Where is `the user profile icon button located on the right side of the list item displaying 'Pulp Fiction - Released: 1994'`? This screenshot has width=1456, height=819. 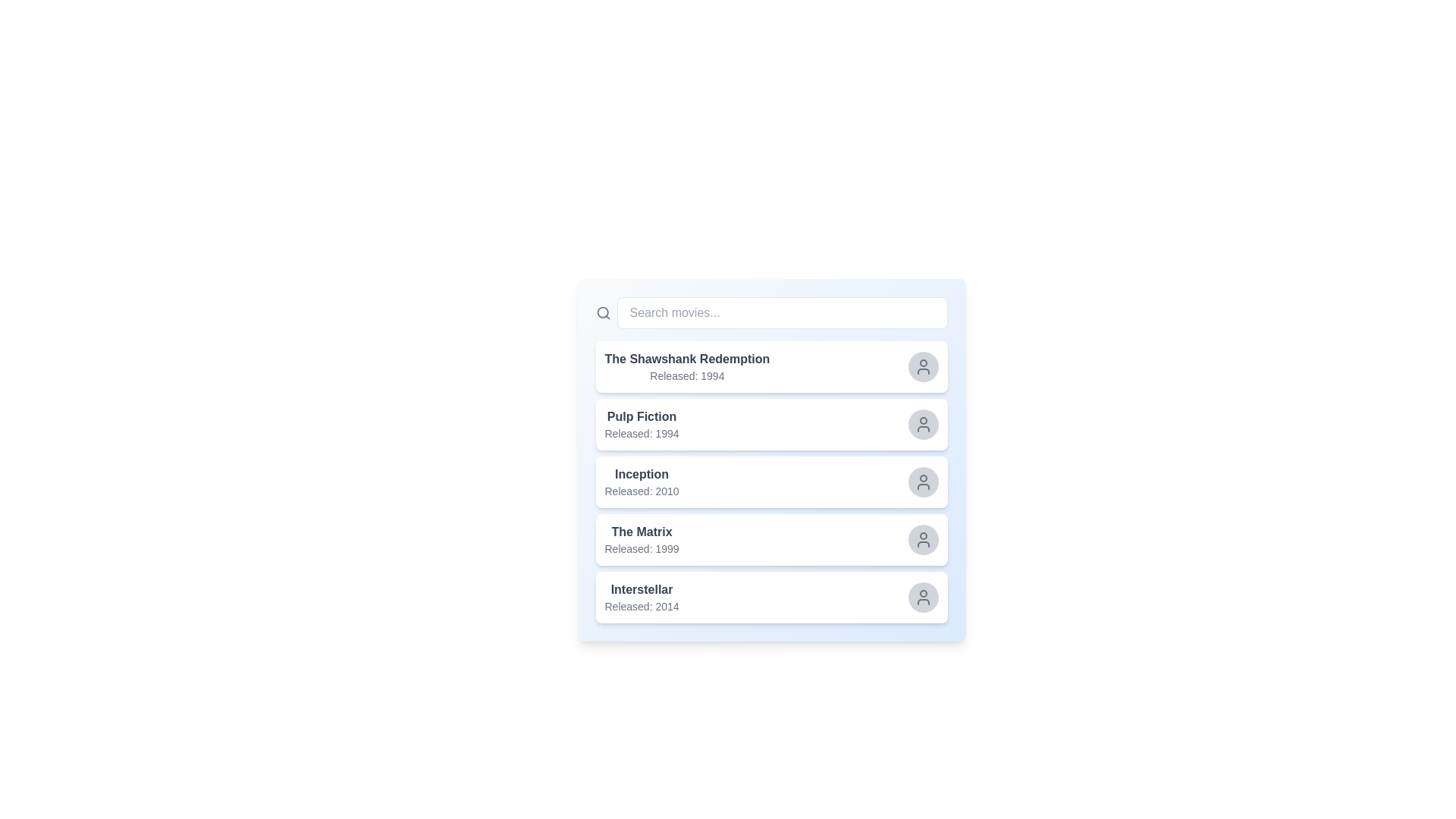 the user profile icon button located on the right side of the list item displaying 'Pulp Fiction - Released: 1994' is located at coordinates (922, 424).